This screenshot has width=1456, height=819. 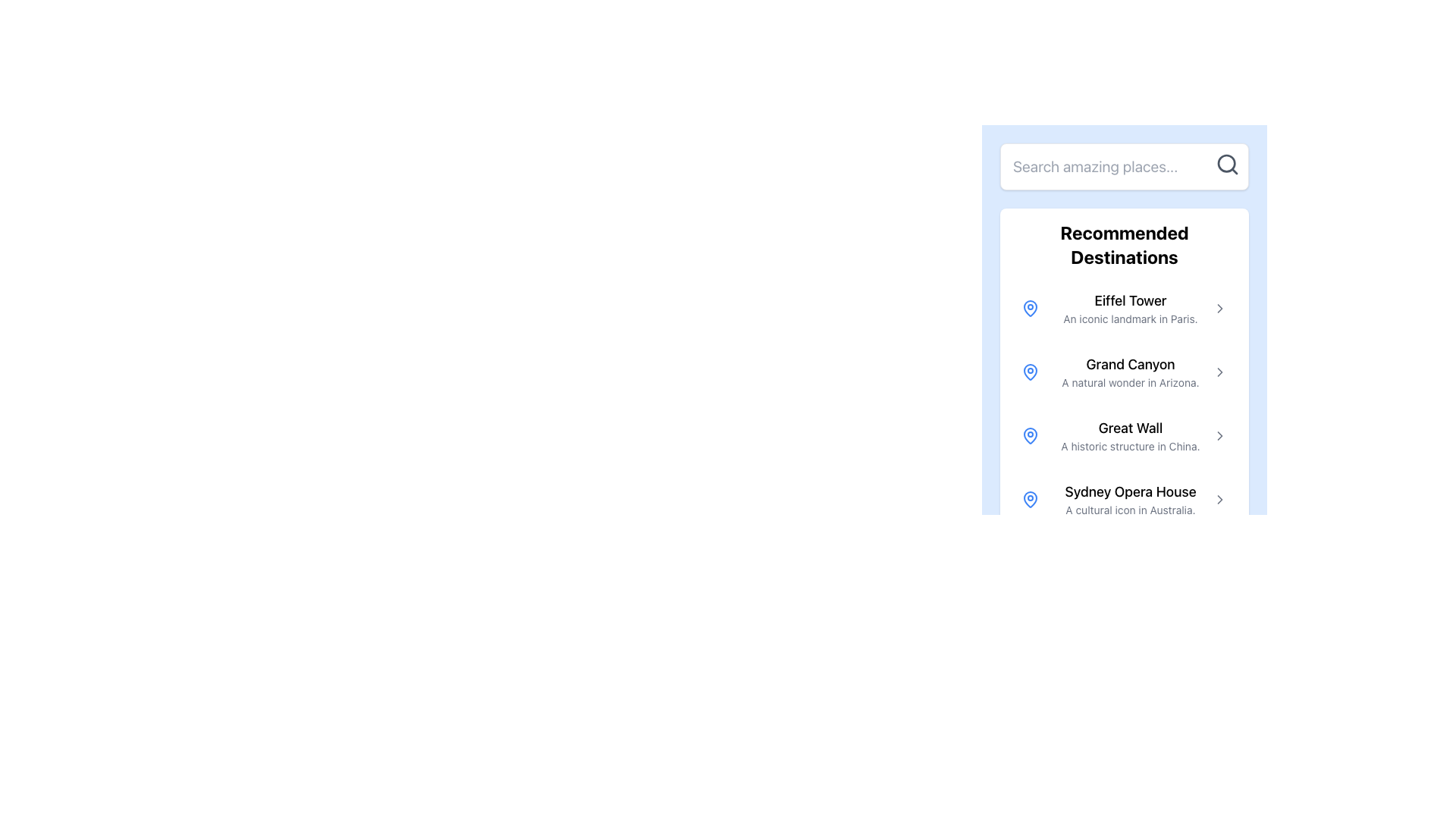 I want to click on the 'Recommended Destinations' list item for the Grand Canyon, so click(x=1125, y=372).